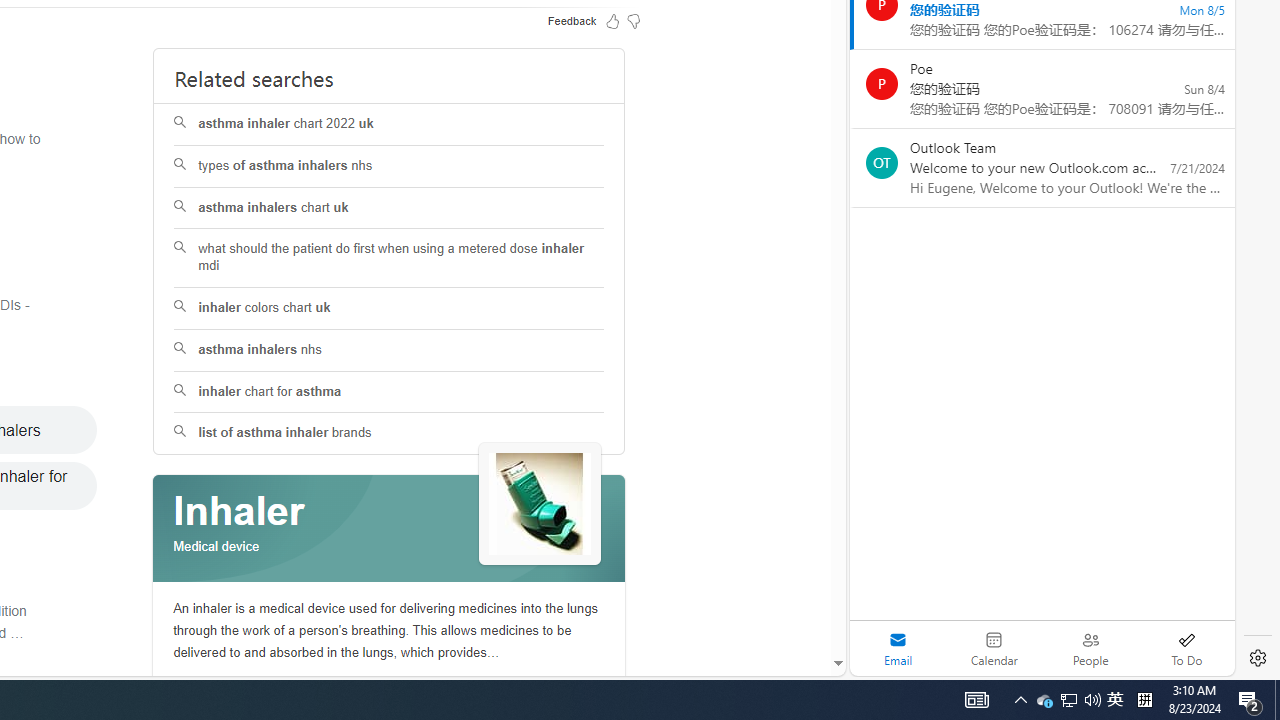  Describe the element at coordinates (389, 349) in the screenshot. I see `'asthma inhalers nhs'` at that location.